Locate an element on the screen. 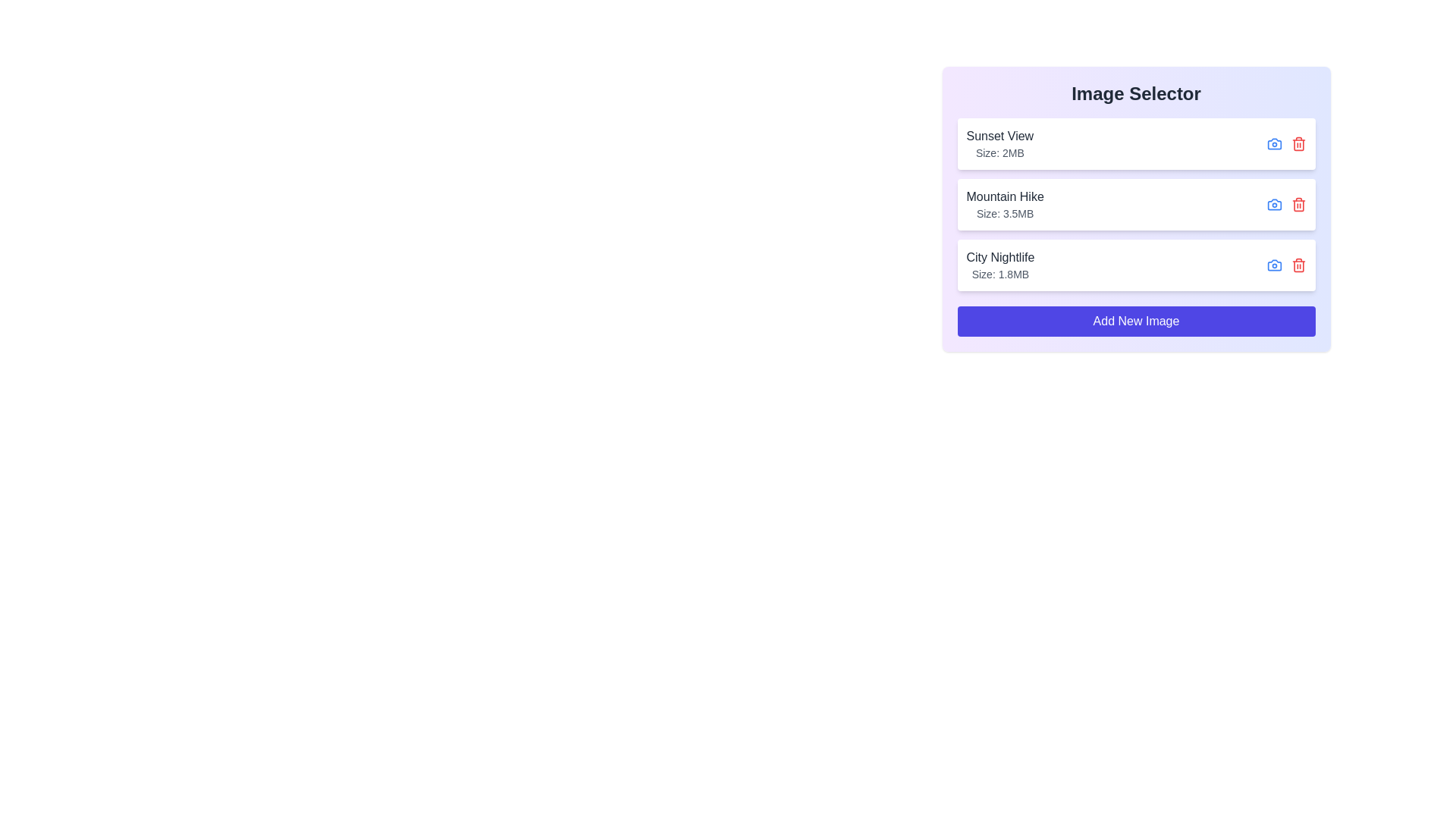 Image resolution: width=1456 pixels, height=819 pixels. the trash icon to delete the image corresponding to Mountain Hike is located at coordinates (1298, 205).